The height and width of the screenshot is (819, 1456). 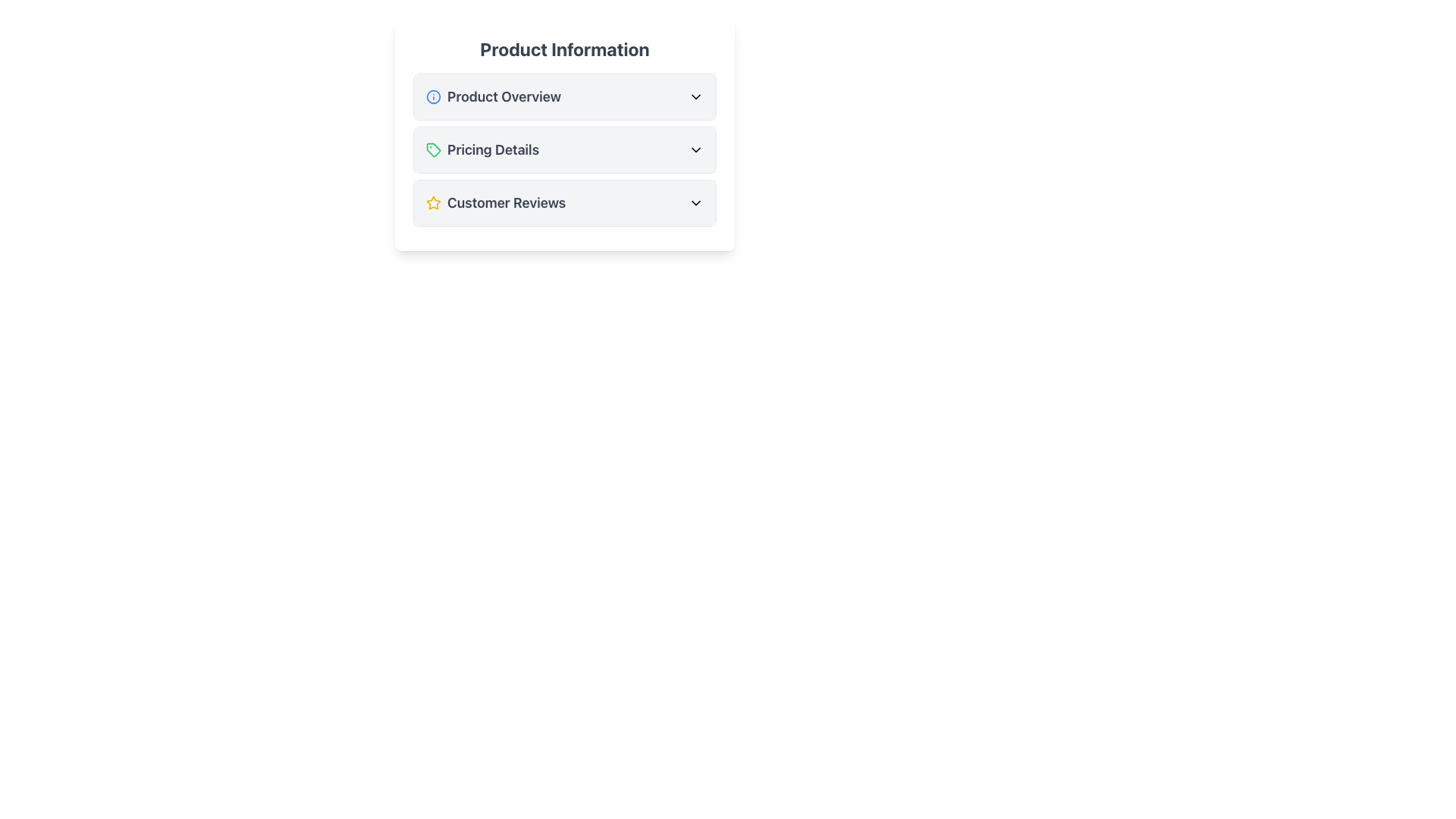 What do you see at coordinates (695, 202) in the screenshot?
I see `the rightmost icon in the 'Customer Reviews' section` at bounding box center [695, 202].